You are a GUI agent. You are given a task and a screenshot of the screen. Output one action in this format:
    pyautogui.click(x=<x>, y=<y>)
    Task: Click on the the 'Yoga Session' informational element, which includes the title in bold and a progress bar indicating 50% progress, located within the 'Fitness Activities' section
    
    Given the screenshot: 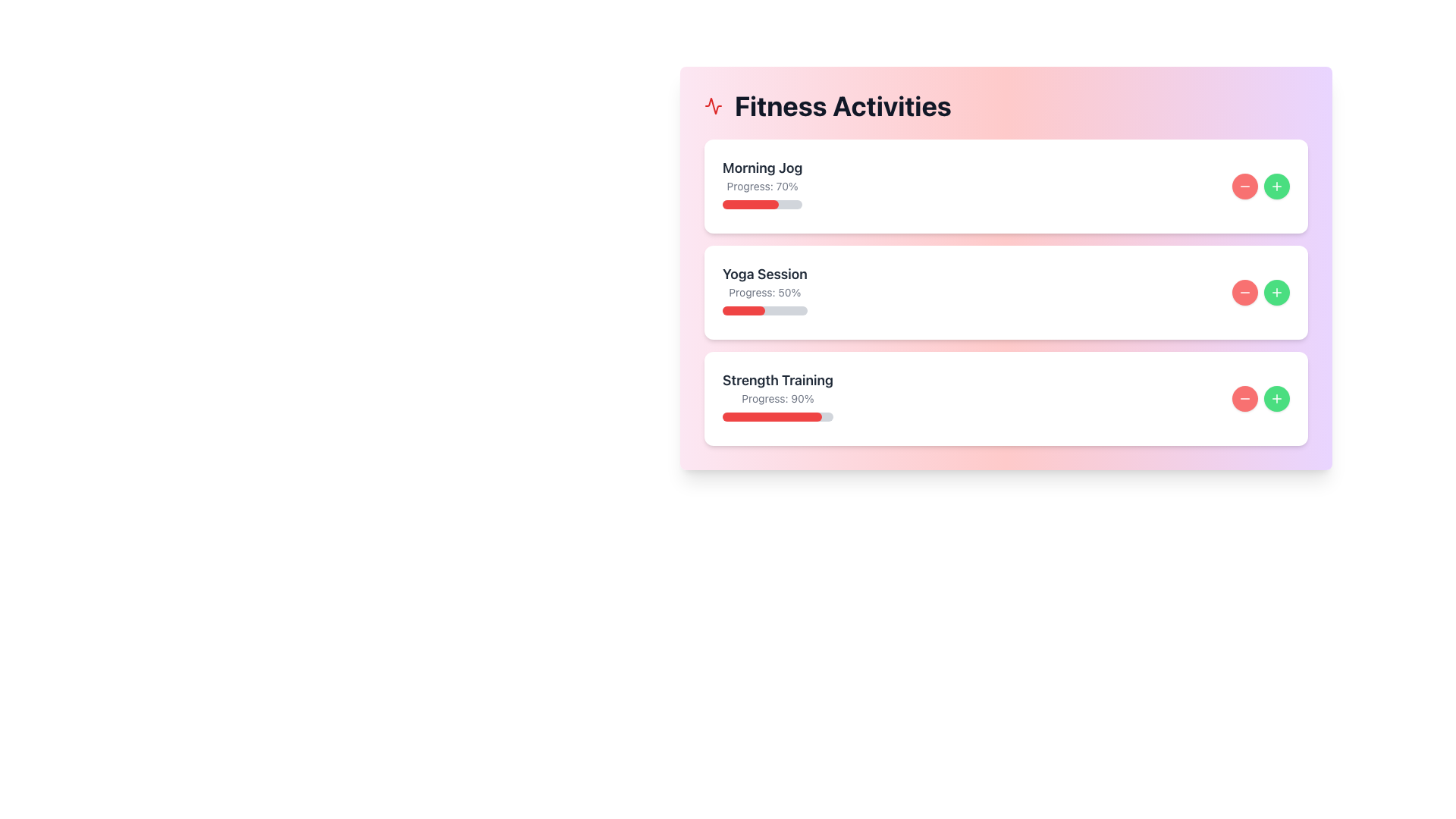 What is the action you would take?
    pyautogui.click(x=764, y=292)
    